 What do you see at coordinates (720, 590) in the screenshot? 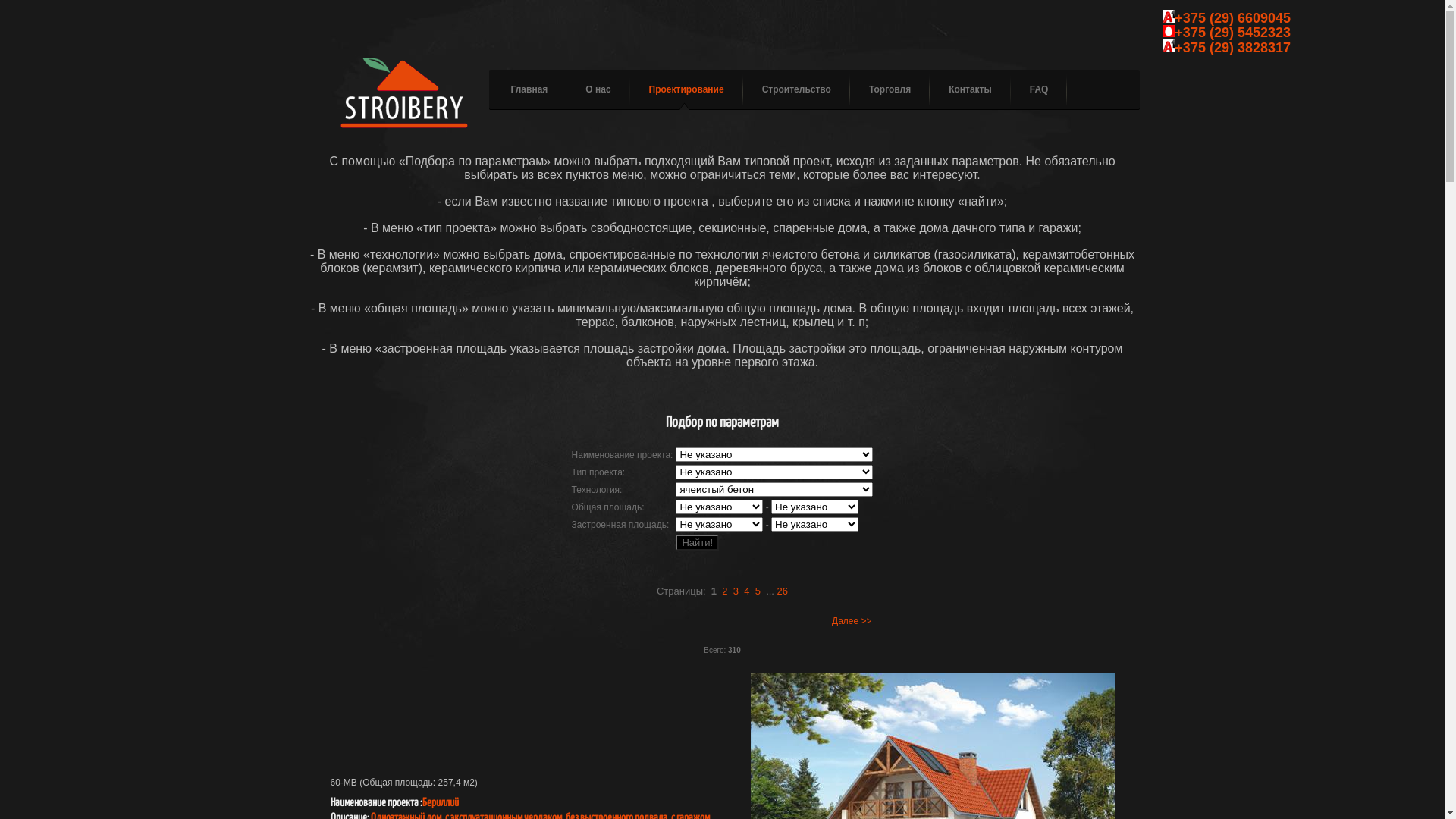
I see `'2'` at bounding box center [720, 590].